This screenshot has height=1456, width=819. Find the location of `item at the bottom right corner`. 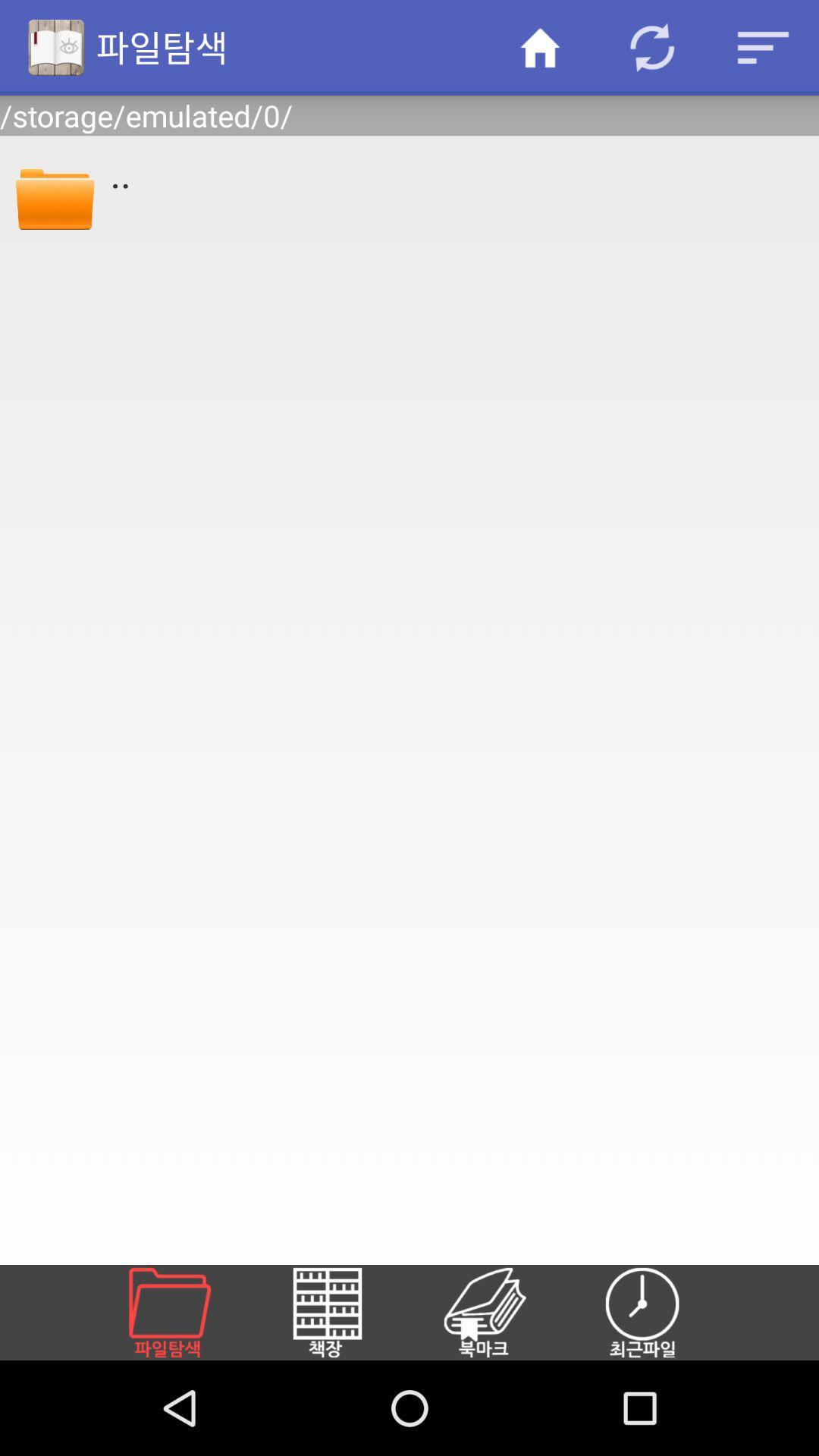

item at the bottom right corner is located at coordinates (660, 1312).